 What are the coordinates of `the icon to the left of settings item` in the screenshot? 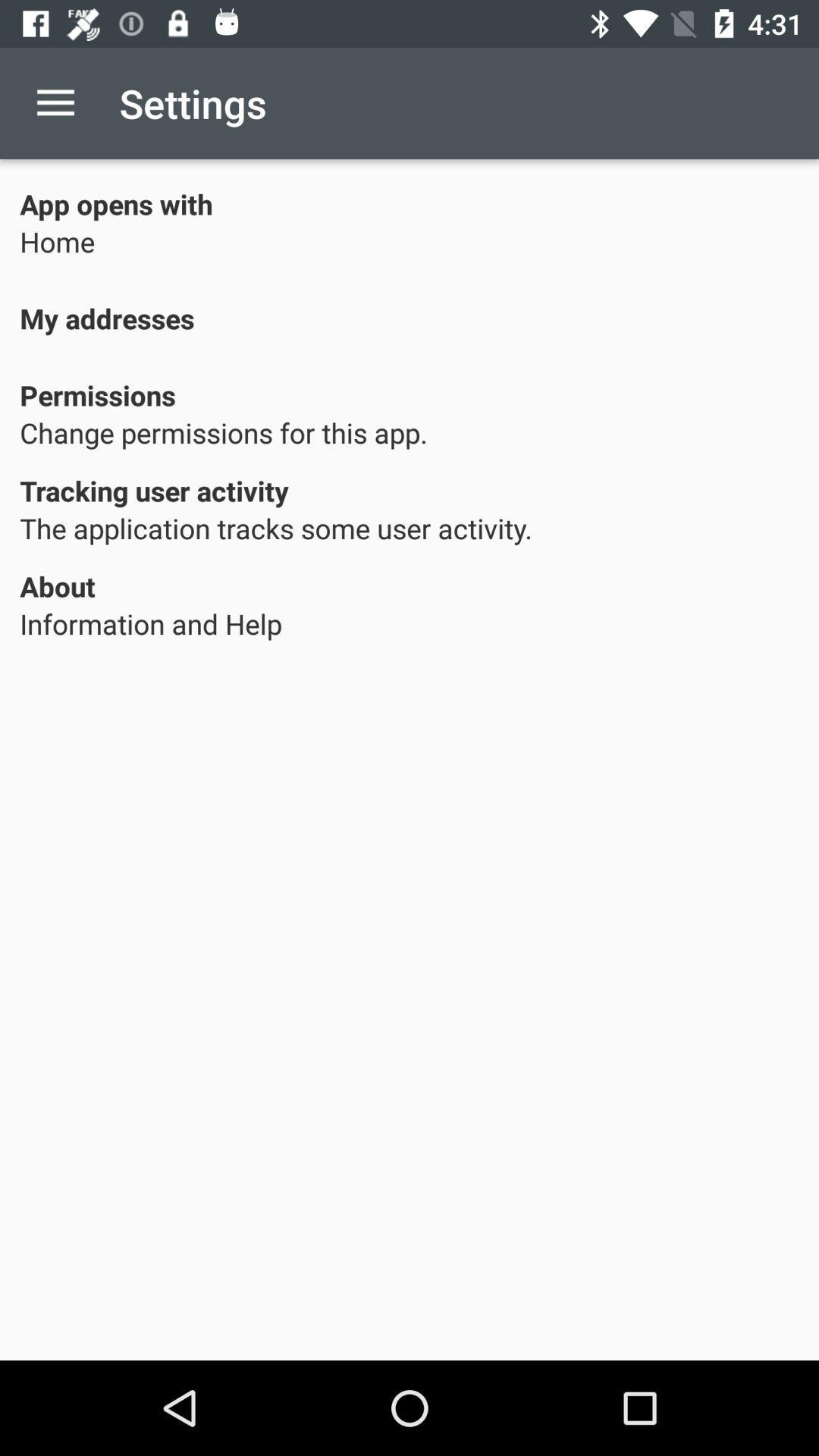 It's located at (55, 102).